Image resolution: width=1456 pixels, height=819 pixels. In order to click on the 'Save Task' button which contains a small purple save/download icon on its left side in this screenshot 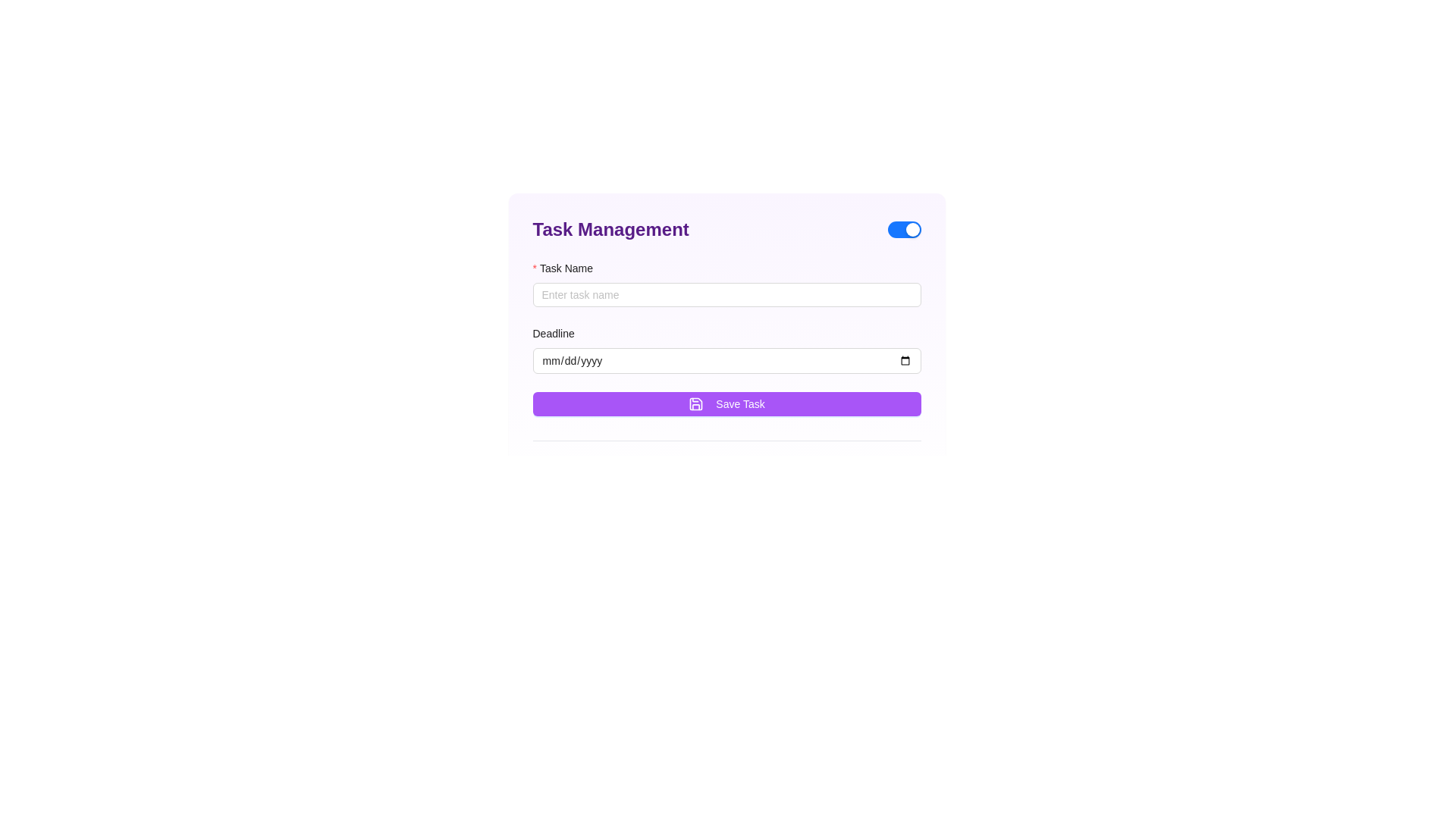, I will do `click(695, 403)`.